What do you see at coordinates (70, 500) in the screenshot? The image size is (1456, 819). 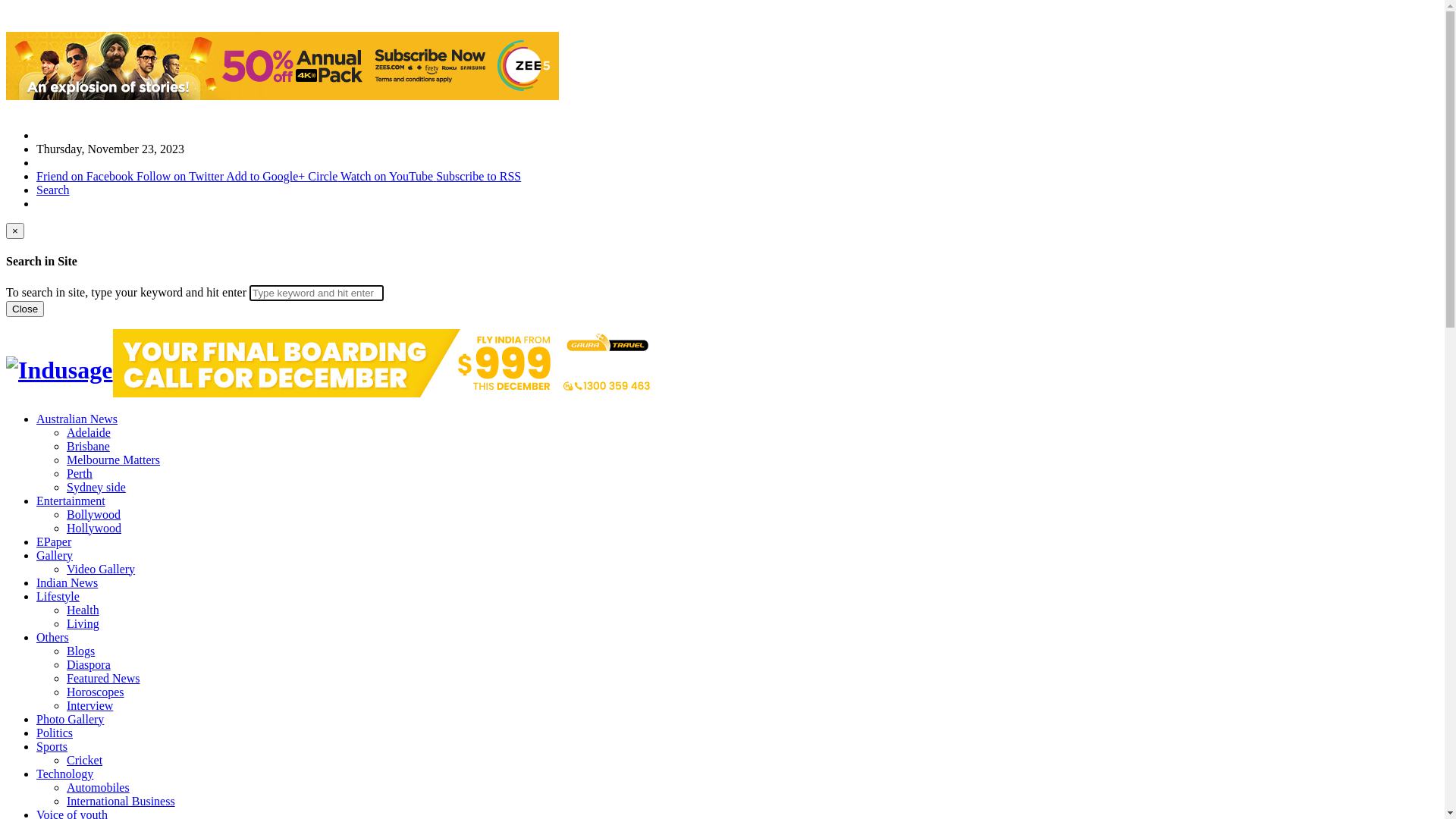 I see `'Entertainment'` at bounding box center [70, 500].